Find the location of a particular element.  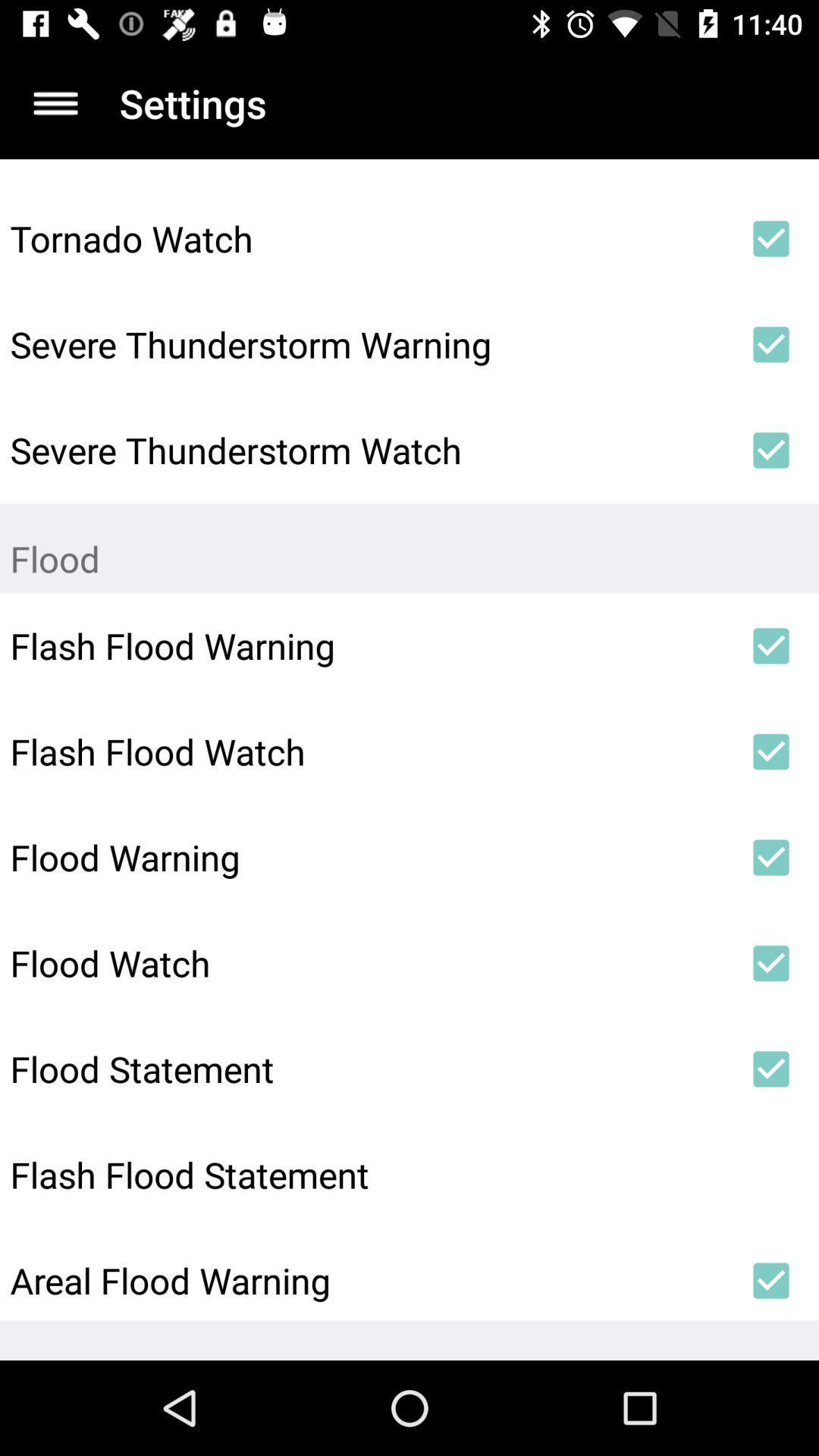

app next to settings icon is located at coordinates (55, 102).